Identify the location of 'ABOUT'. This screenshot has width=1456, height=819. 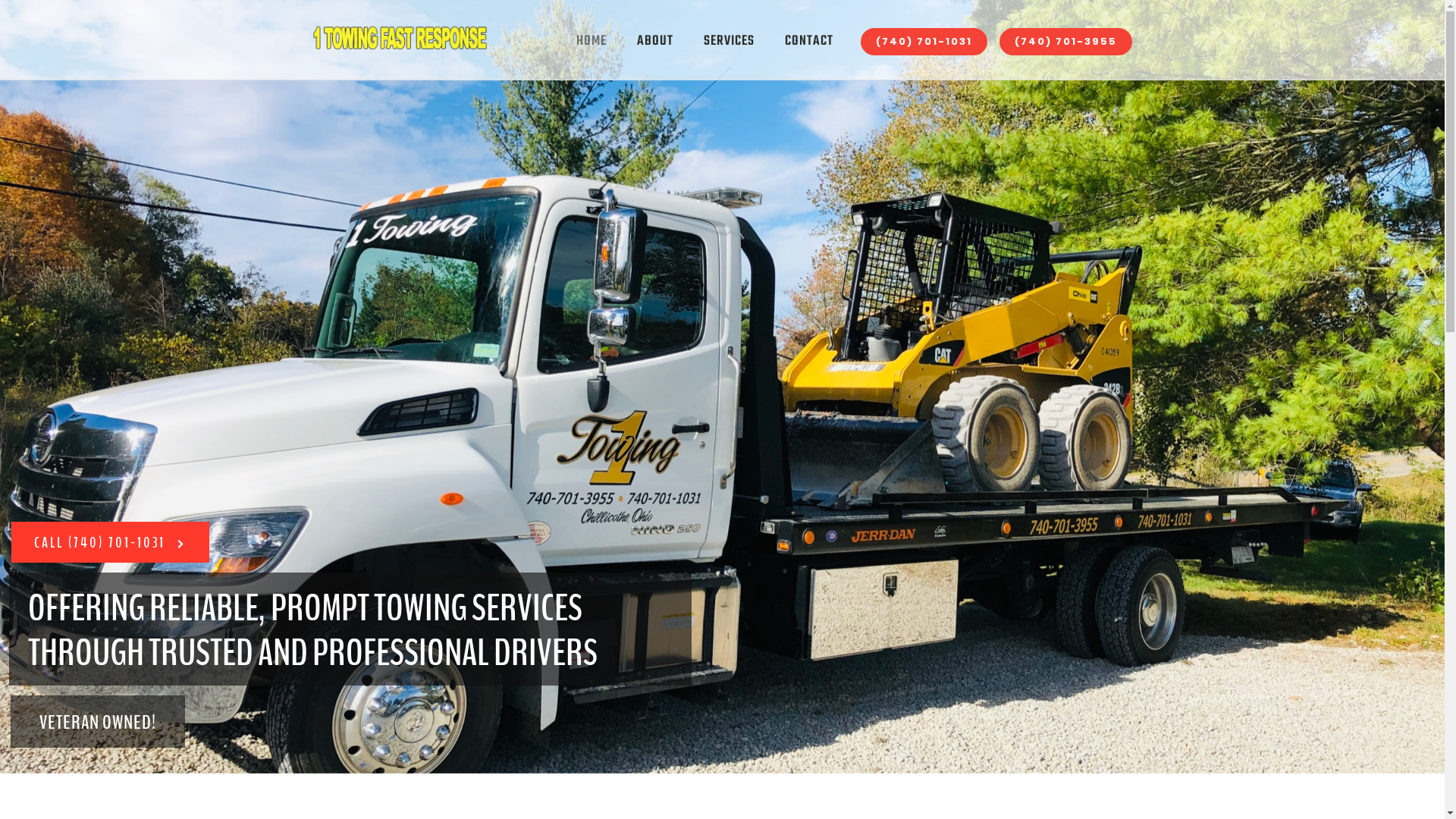
(655, 40).